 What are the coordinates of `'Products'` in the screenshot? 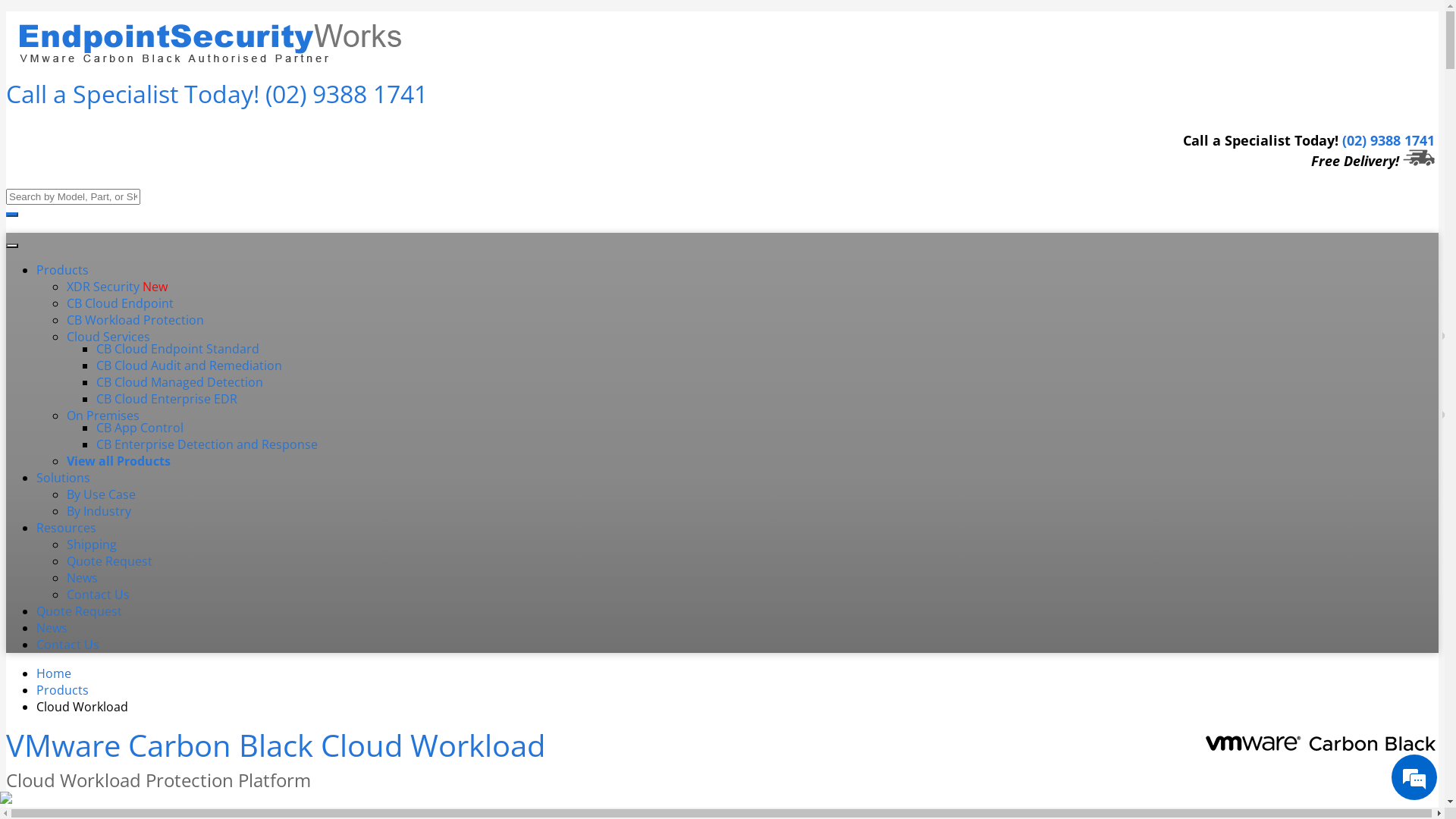 It's located at (61, 268).